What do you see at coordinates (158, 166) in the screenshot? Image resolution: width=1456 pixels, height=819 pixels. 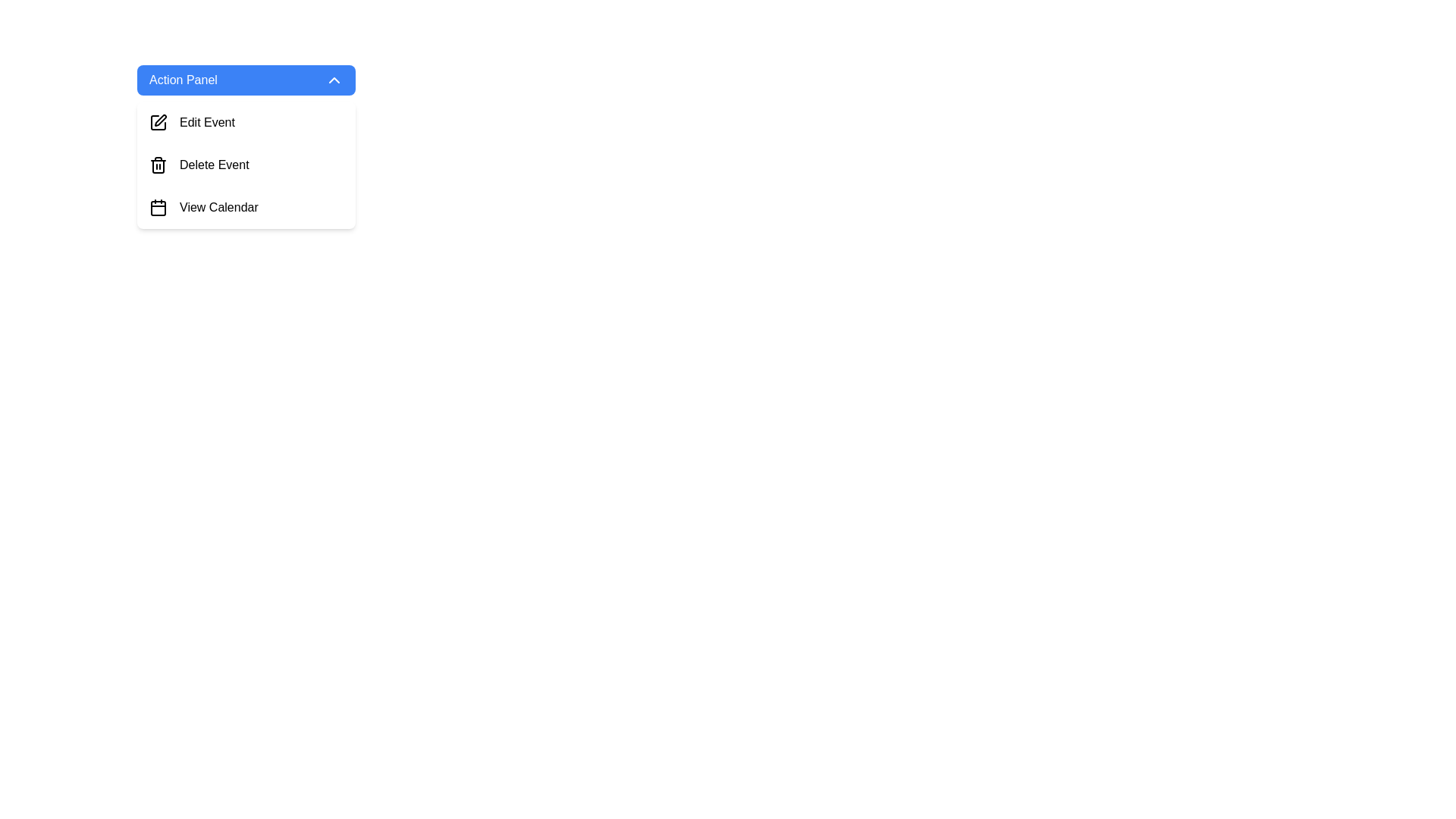 I see `the 'Delete' action icon, represented by a trash bin` at bounding box center [158, 166].